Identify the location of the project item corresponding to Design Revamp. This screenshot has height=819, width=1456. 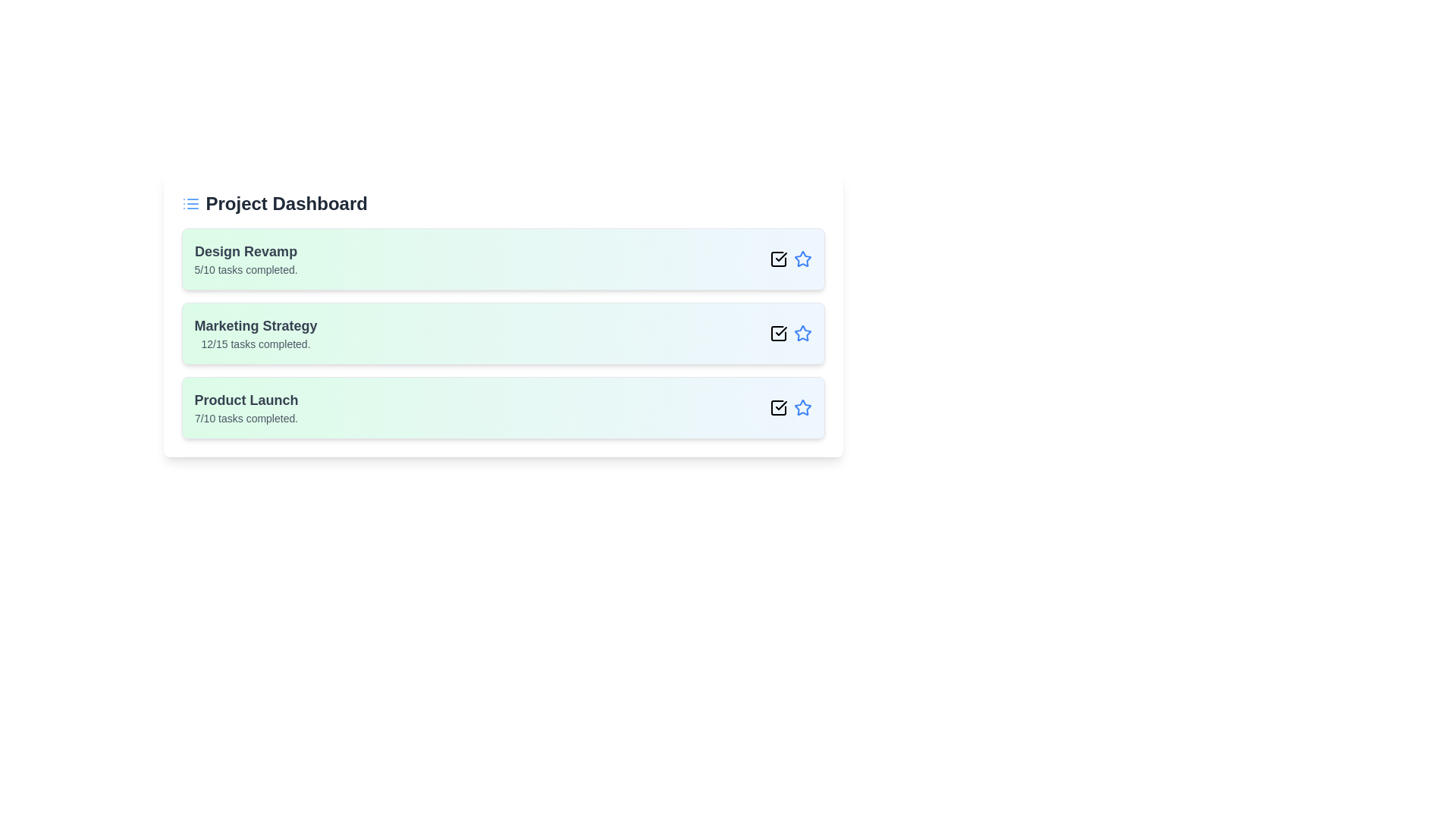
(503, 259).